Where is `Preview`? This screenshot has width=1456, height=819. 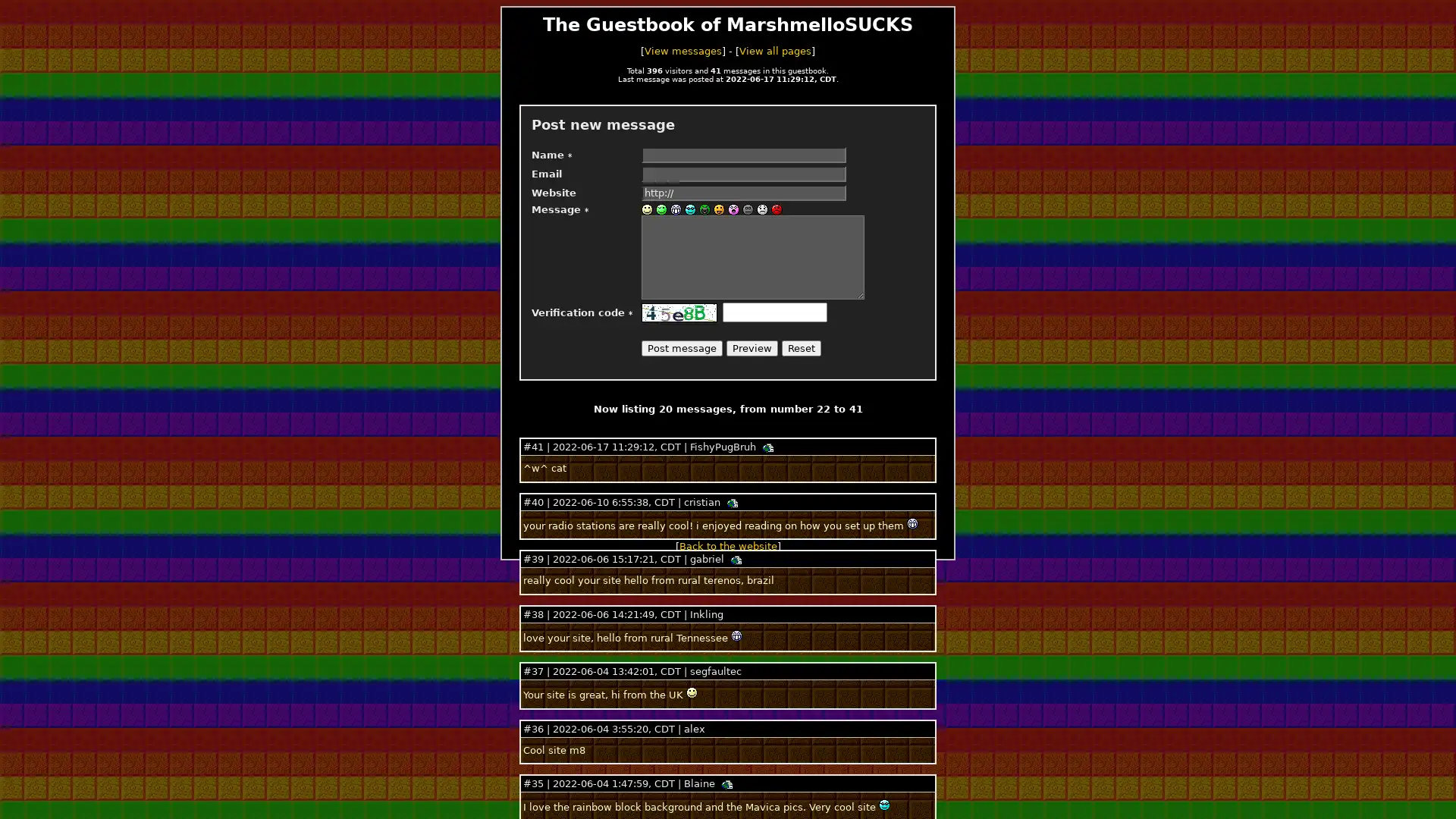 Preview is located at coordinates (752, 348).